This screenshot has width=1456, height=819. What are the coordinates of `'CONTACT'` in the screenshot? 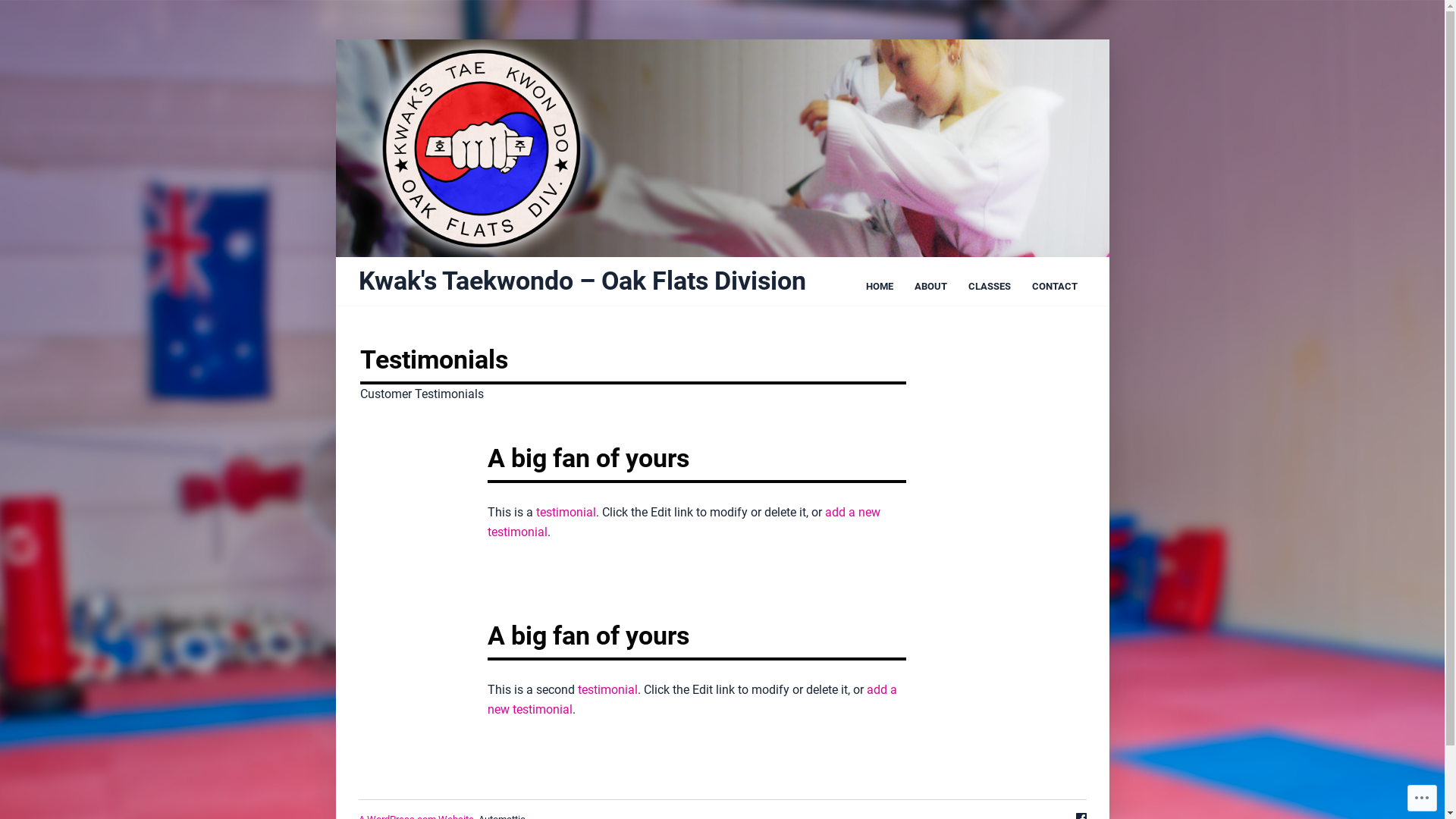 It's located at (1053, 286).